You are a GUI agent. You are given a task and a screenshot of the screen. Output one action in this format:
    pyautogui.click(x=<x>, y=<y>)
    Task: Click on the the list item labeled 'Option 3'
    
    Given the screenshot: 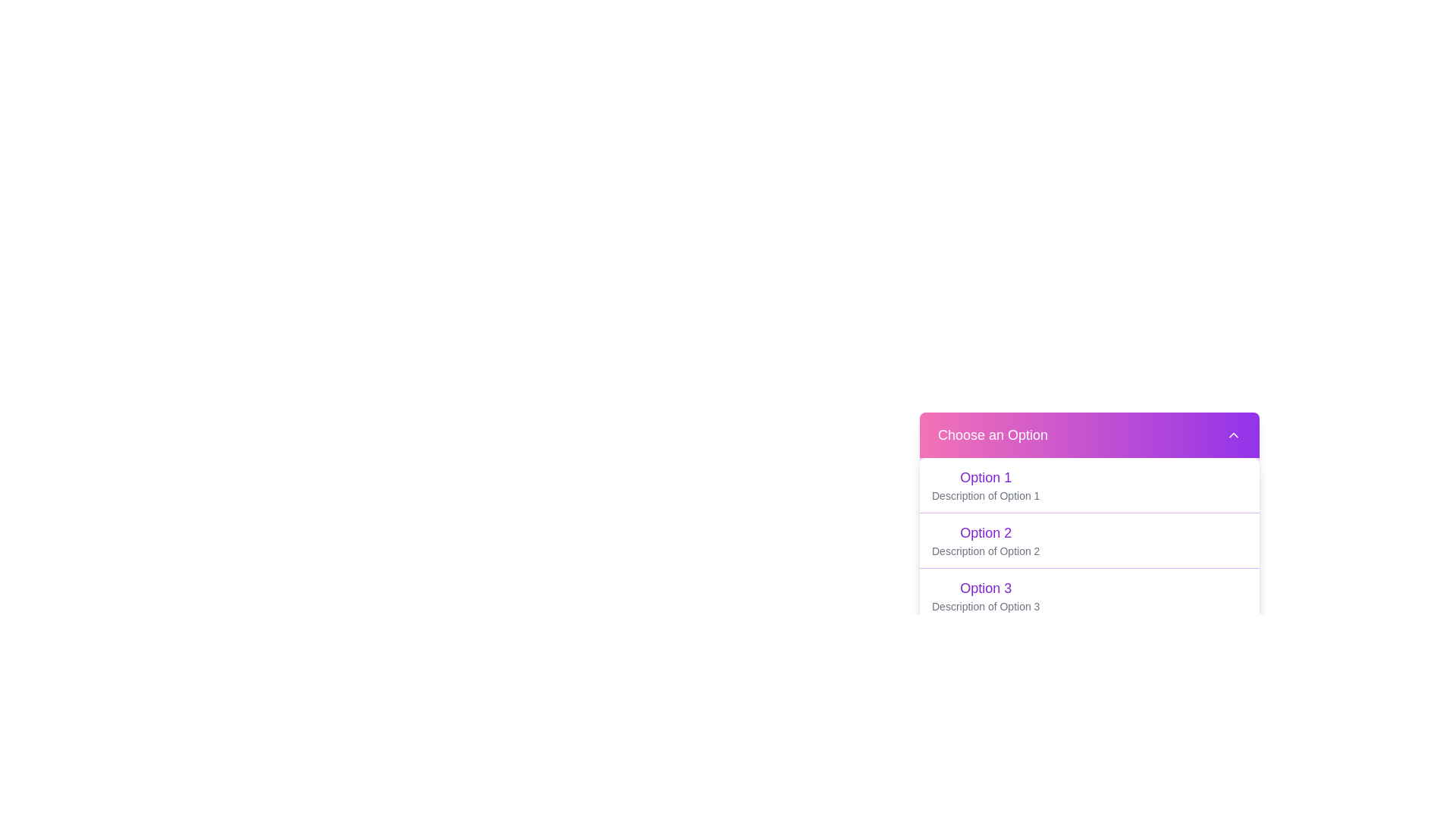 What is the action you would take?
    pyautogui.click(x=1088, y=595)
    